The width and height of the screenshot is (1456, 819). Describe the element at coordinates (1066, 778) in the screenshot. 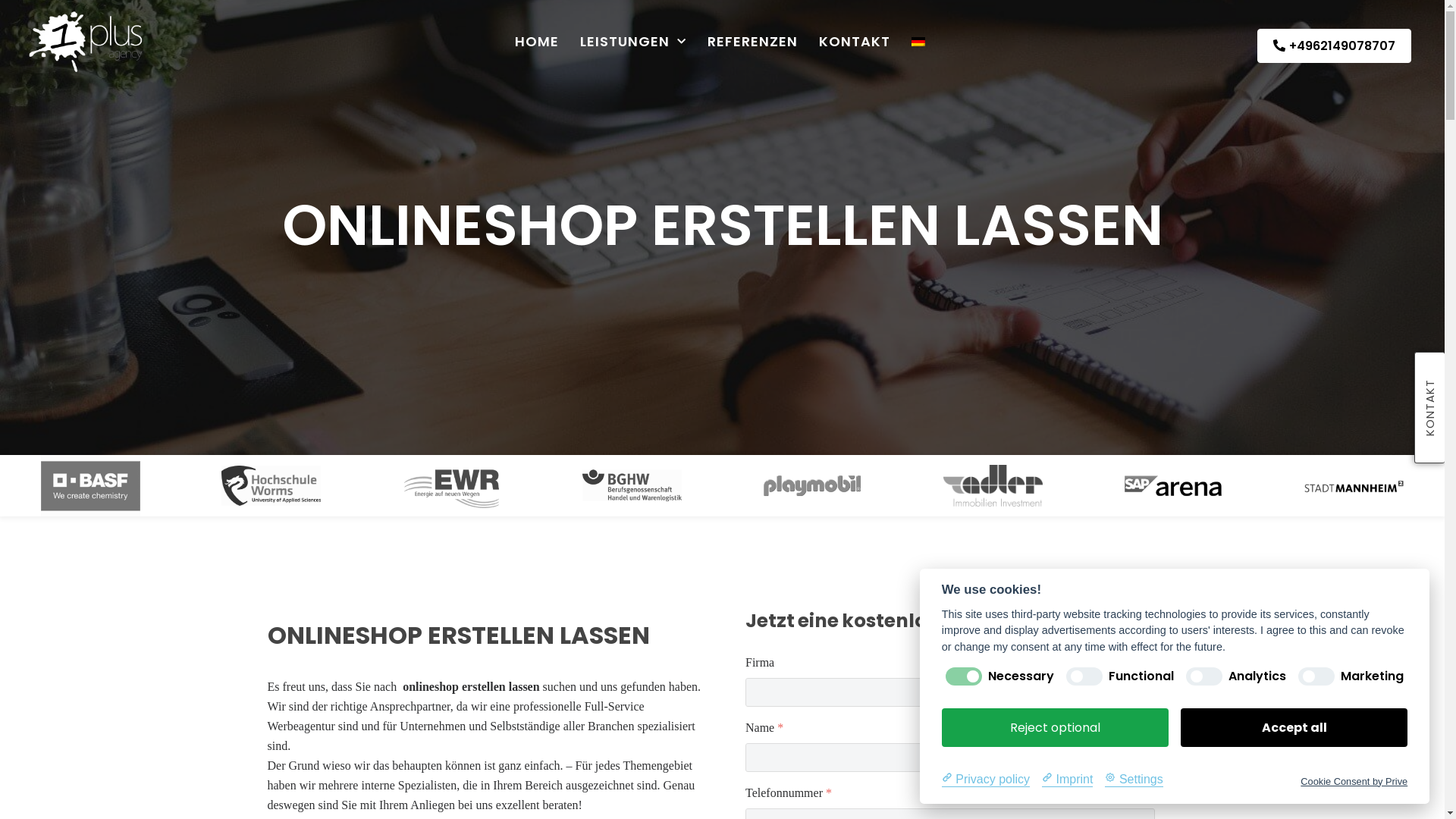

I see `'Imprint'` at that location.